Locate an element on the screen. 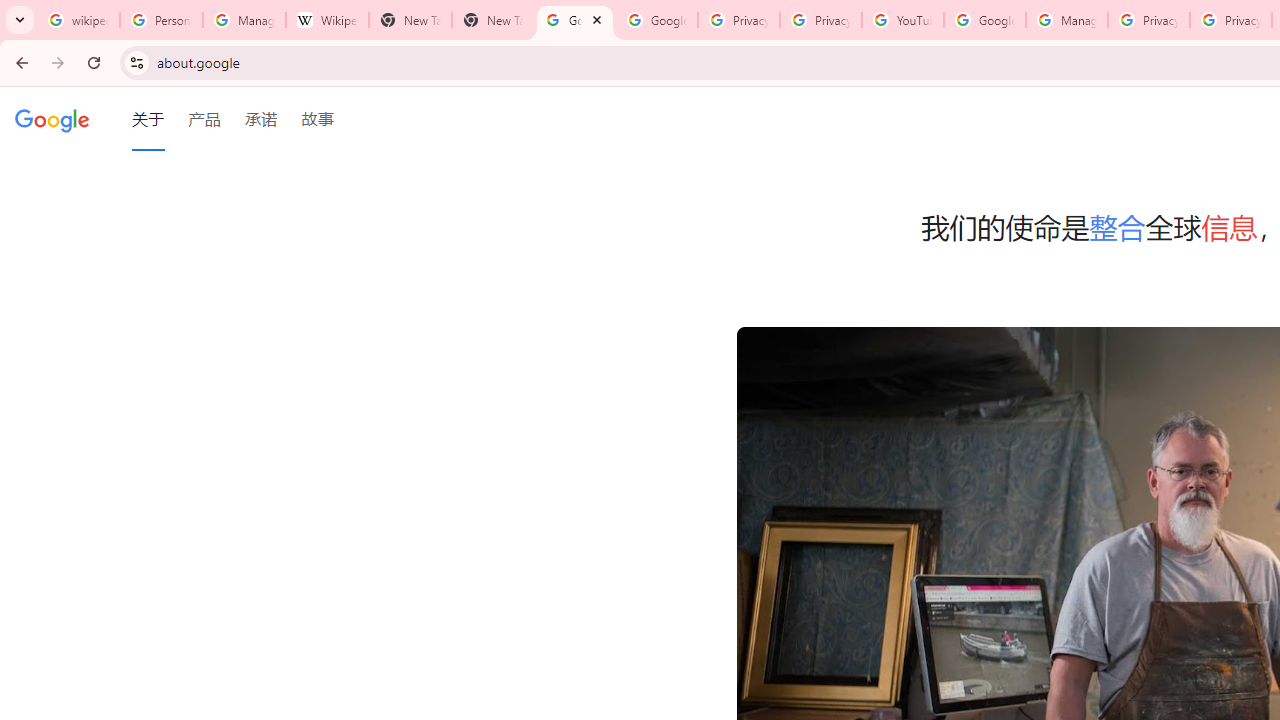  'New Tab' is located at coordinates (492, 20).